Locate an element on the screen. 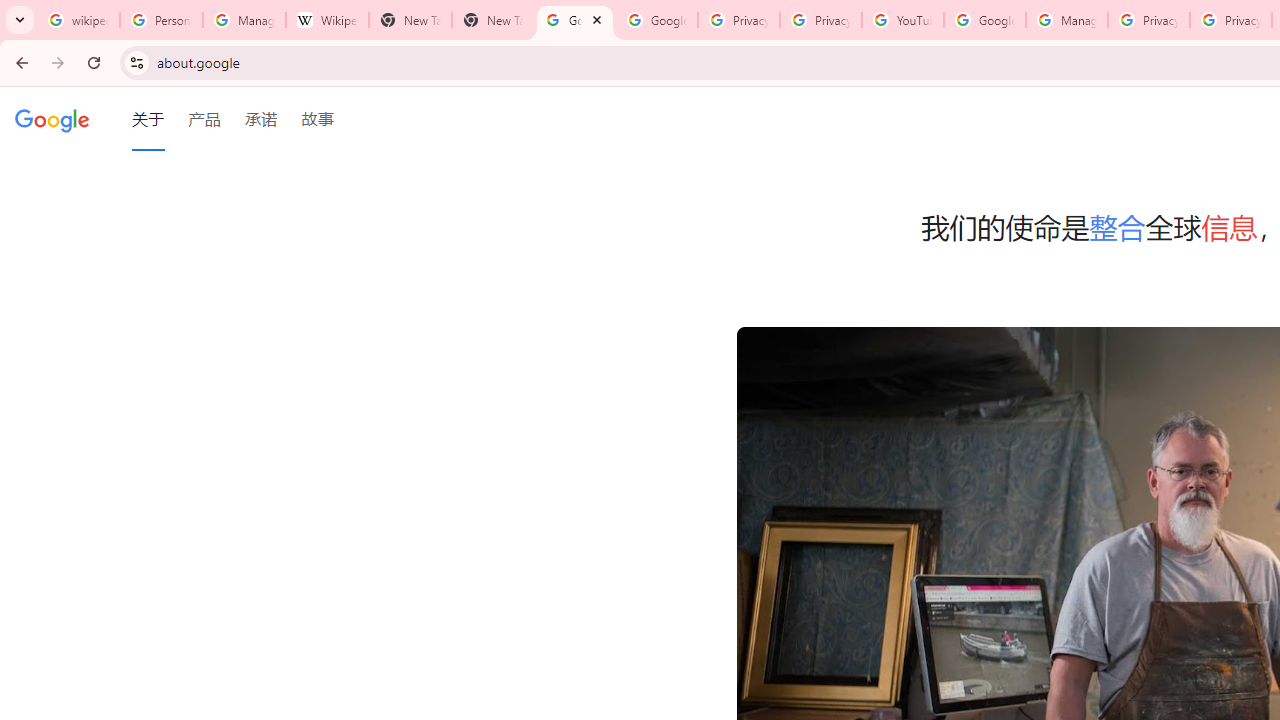  'New Tab' is located at coordinates (492, 20).